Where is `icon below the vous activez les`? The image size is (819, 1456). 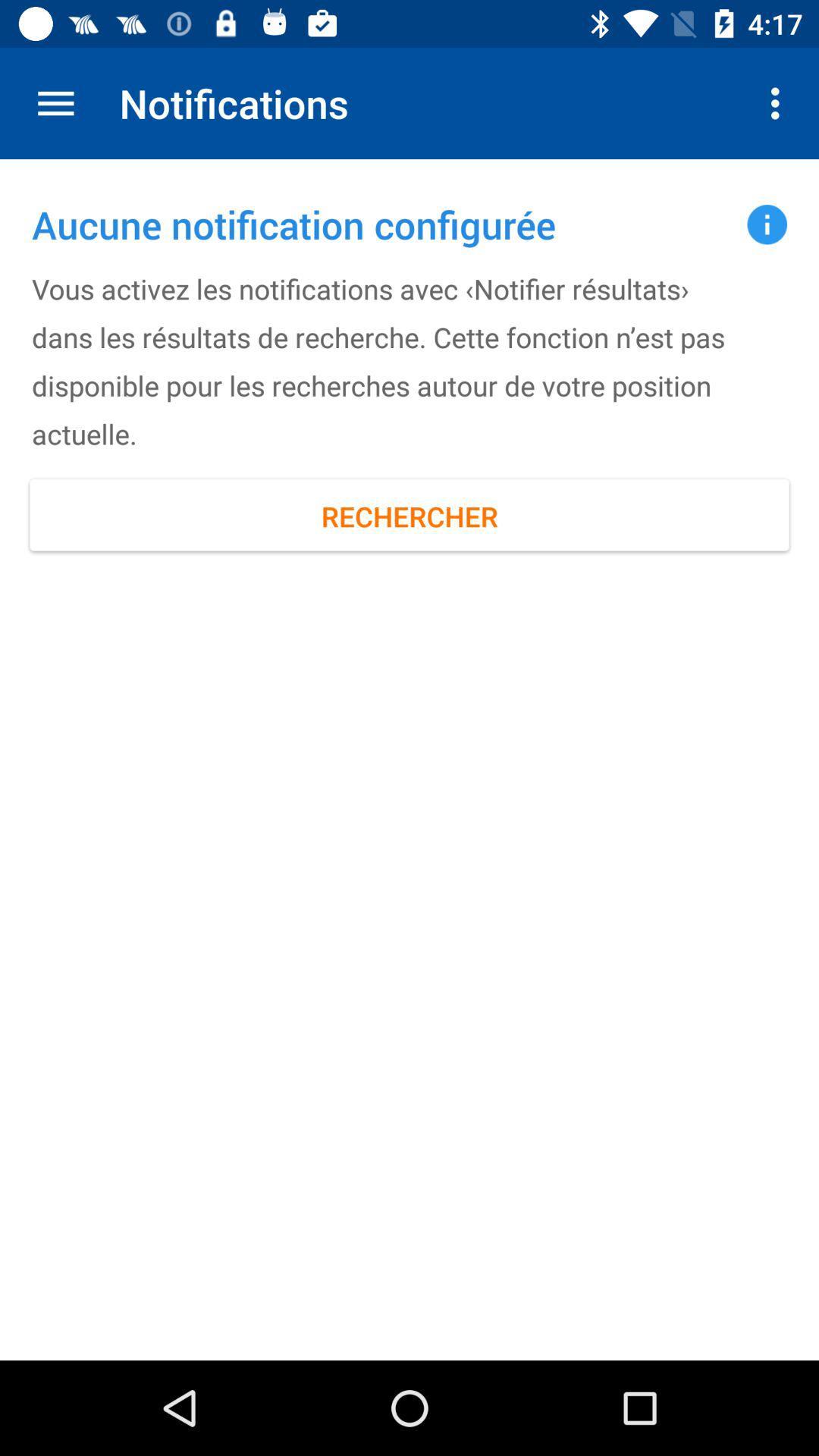
icon below the vous activez les is located at coordinates (409, 516).